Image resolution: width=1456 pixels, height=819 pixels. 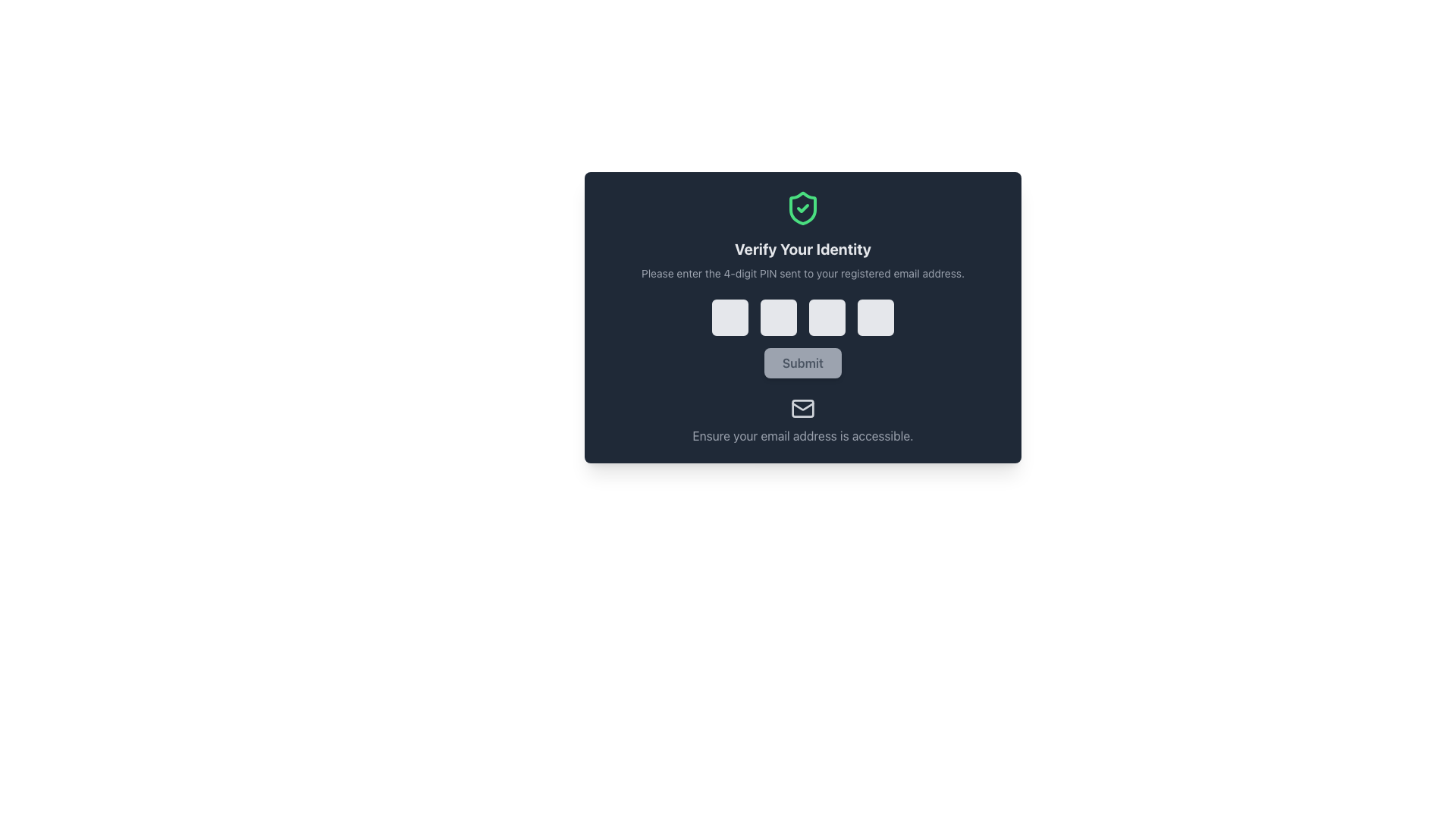 What do you see at coordinates (802, 408) in the screenshot?
I see `the graphical icon component that symbolizes email communication, located at the center of the envelope illustration within the card layout` at bounding box center [802, 408].